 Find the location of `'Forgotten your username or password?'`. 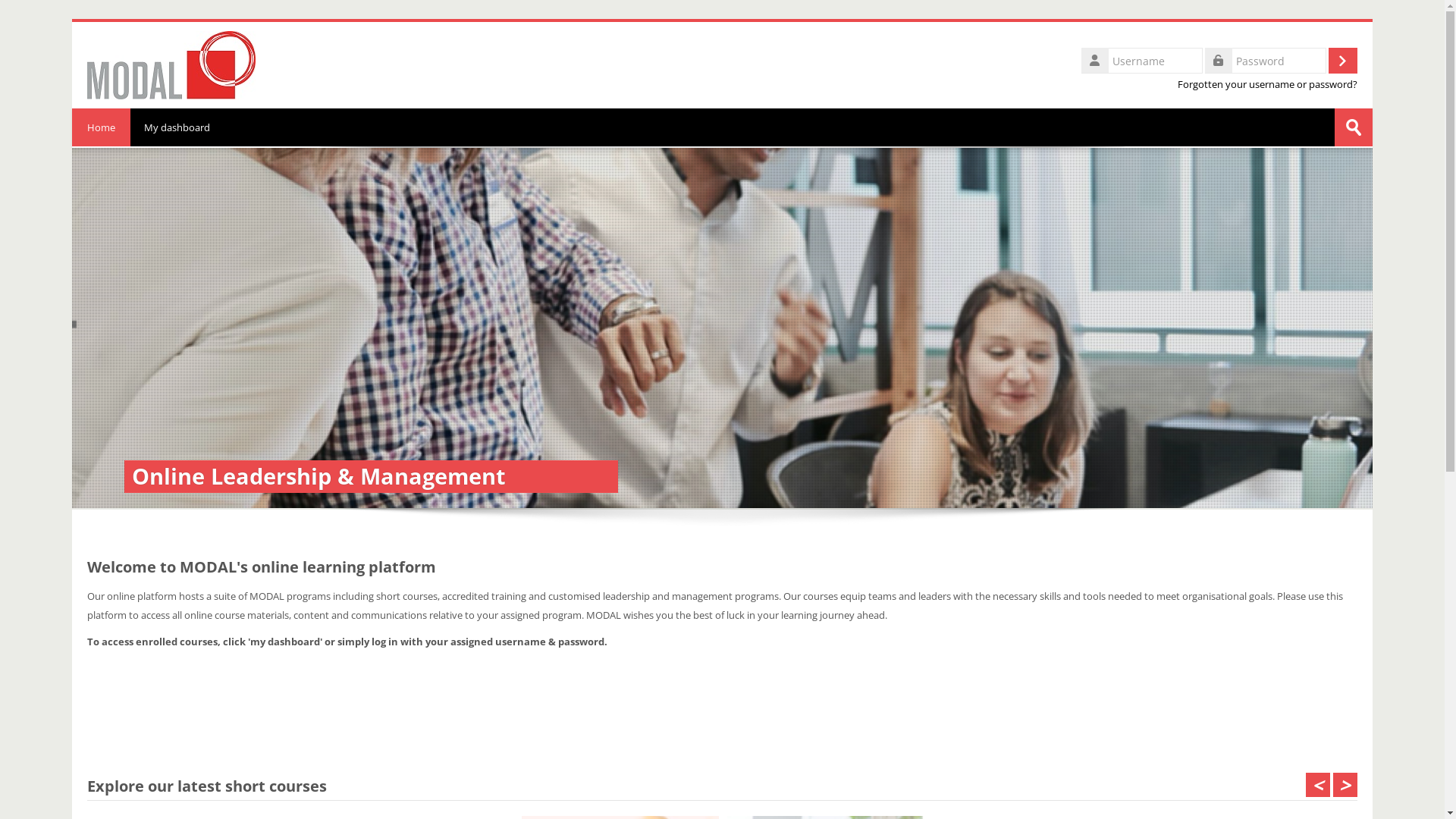

'Forgotten your username or password?' is located at coordinates (1267, 84).